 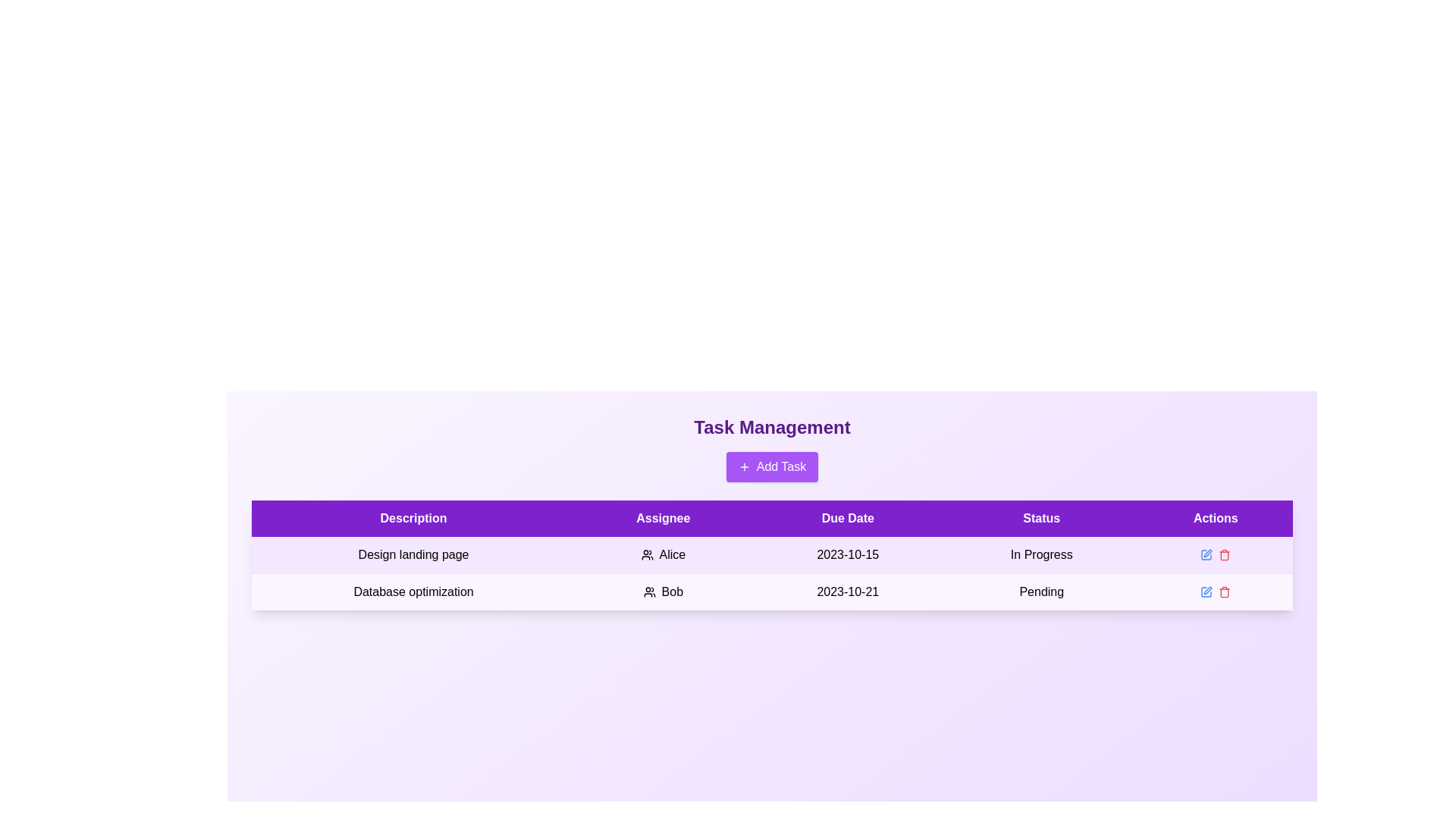 I want to click on the 'Assignee' header text label in the task management table, which is the second column header located between 'Description' and 'Due Date', so click(x=663, y=517).